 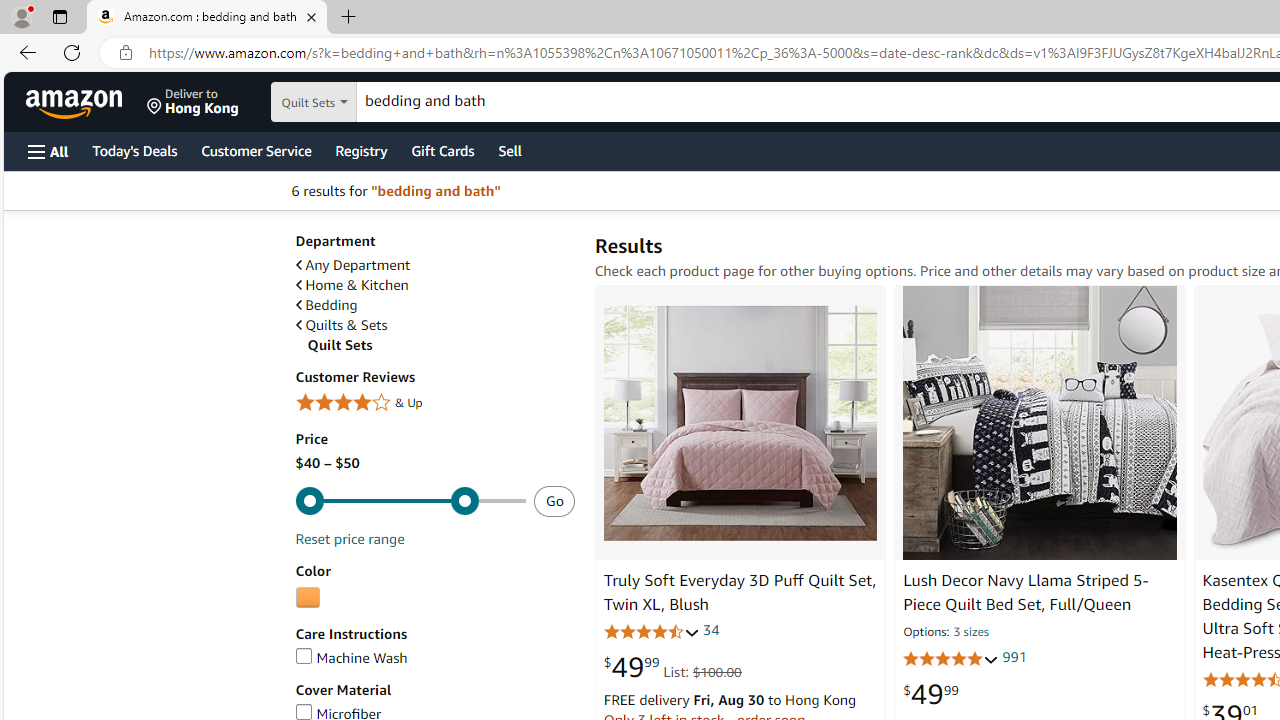 I want to click on 'Today', so click(x=133, y=149).